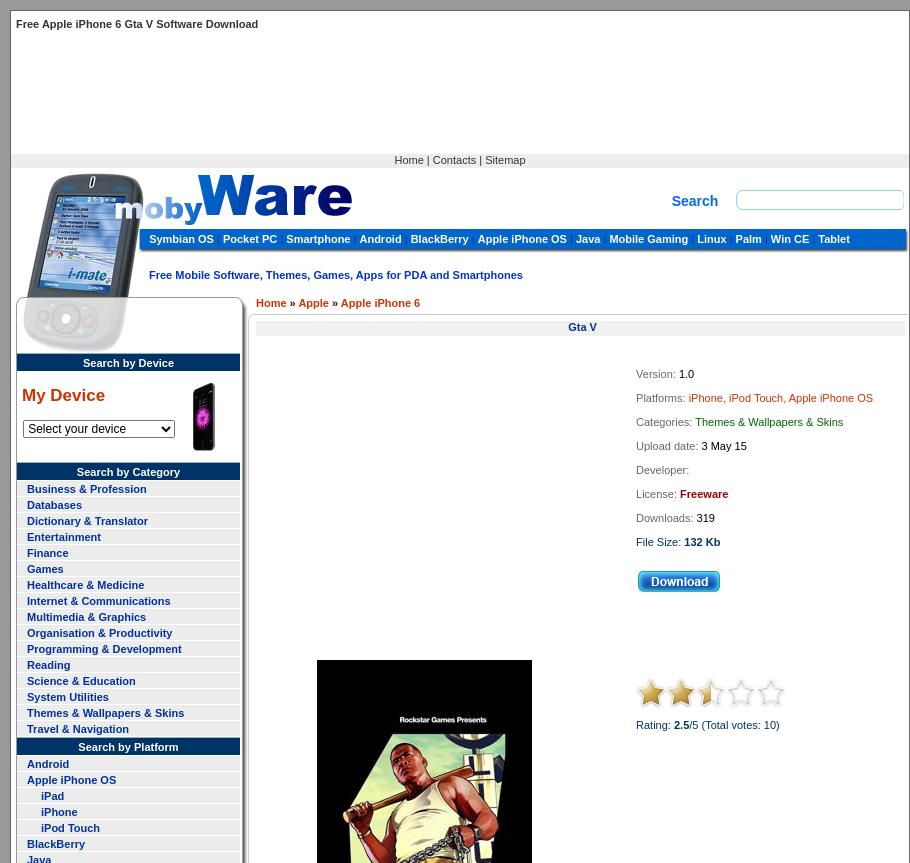 The width and height of the screenshot is (910, 863). I want to click on 'Mobile Gaming', so click(648, 238).